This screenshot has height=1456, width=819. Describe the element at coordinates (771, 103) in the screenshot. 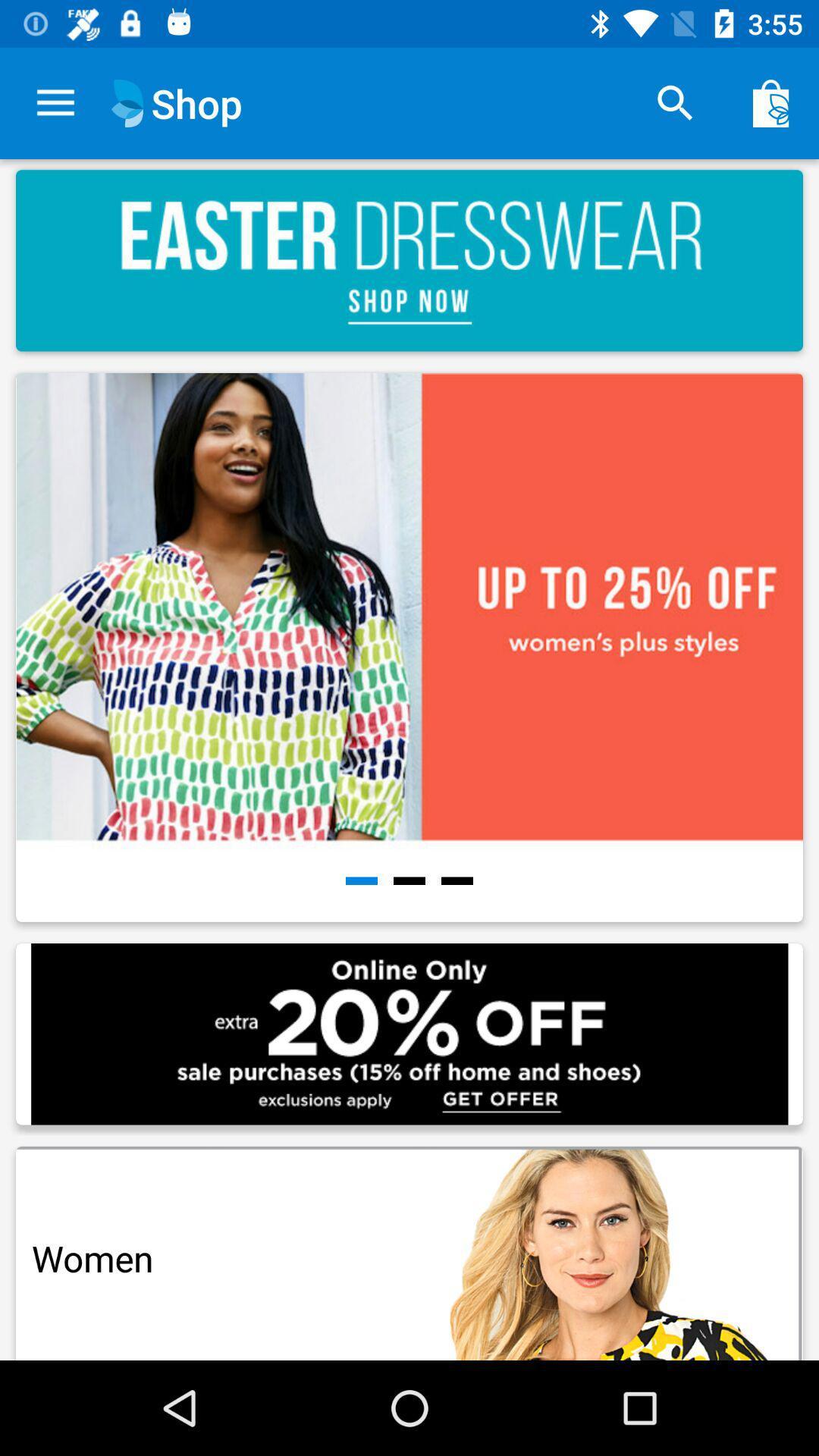

I see `the icon to the right of search bar` at that location.